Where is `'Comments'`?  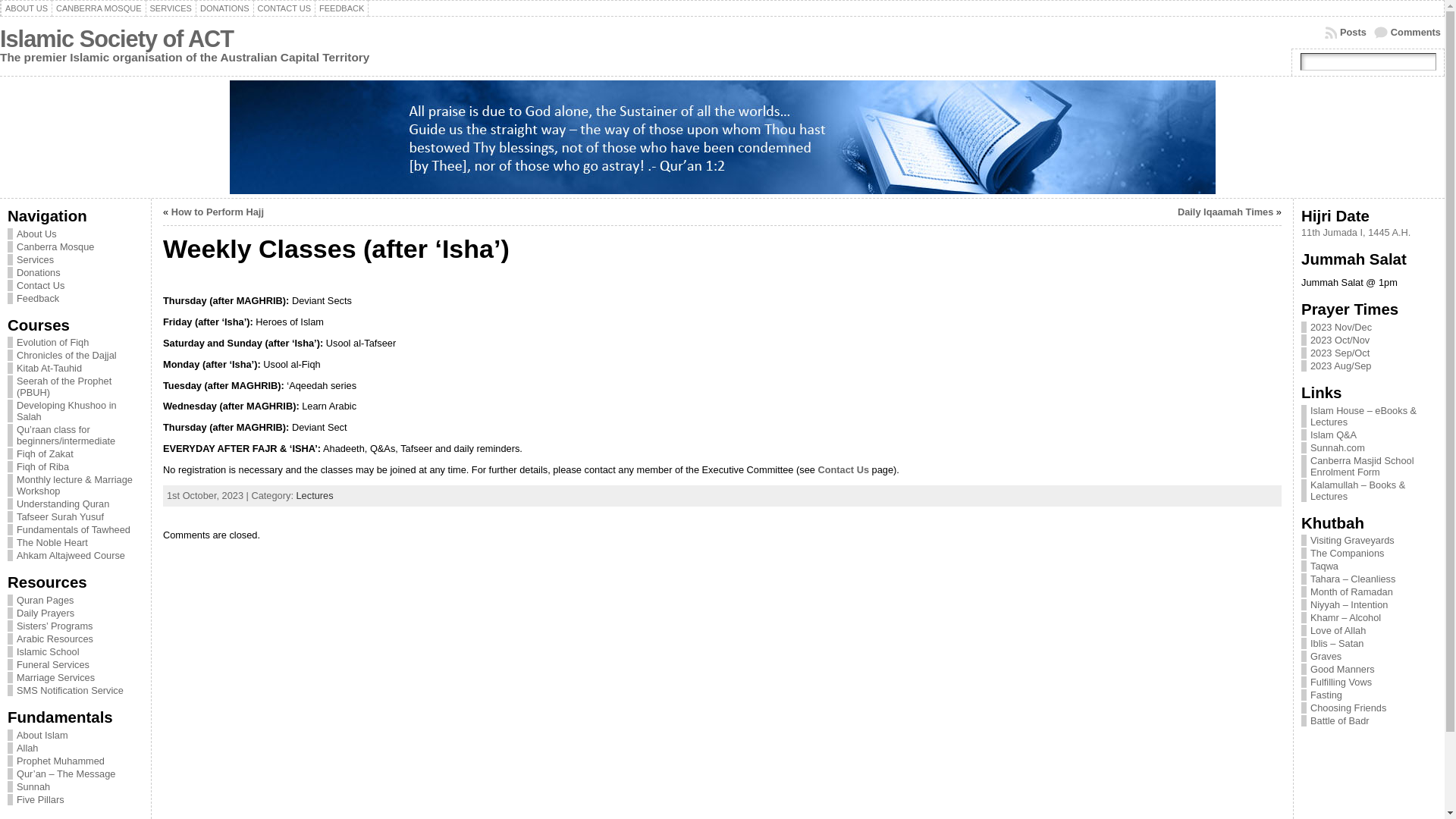
'Comments' is located at coordinates (1407, 32).